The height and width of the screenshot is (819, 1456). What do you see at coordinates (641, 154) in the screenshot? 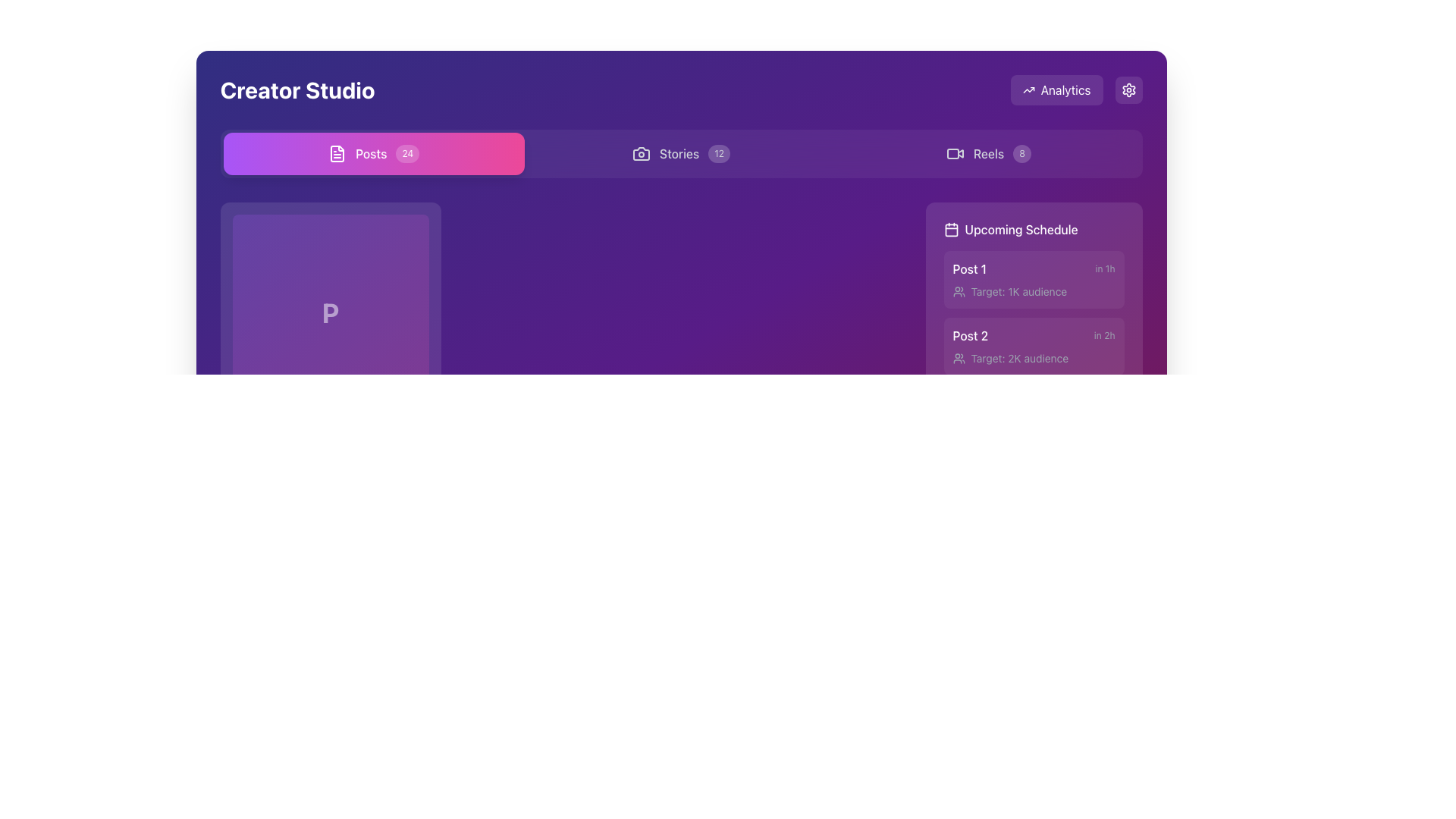
I see `the 'Stories' icon located in the horizontal navigation bar` at bounding box center [641, 154].